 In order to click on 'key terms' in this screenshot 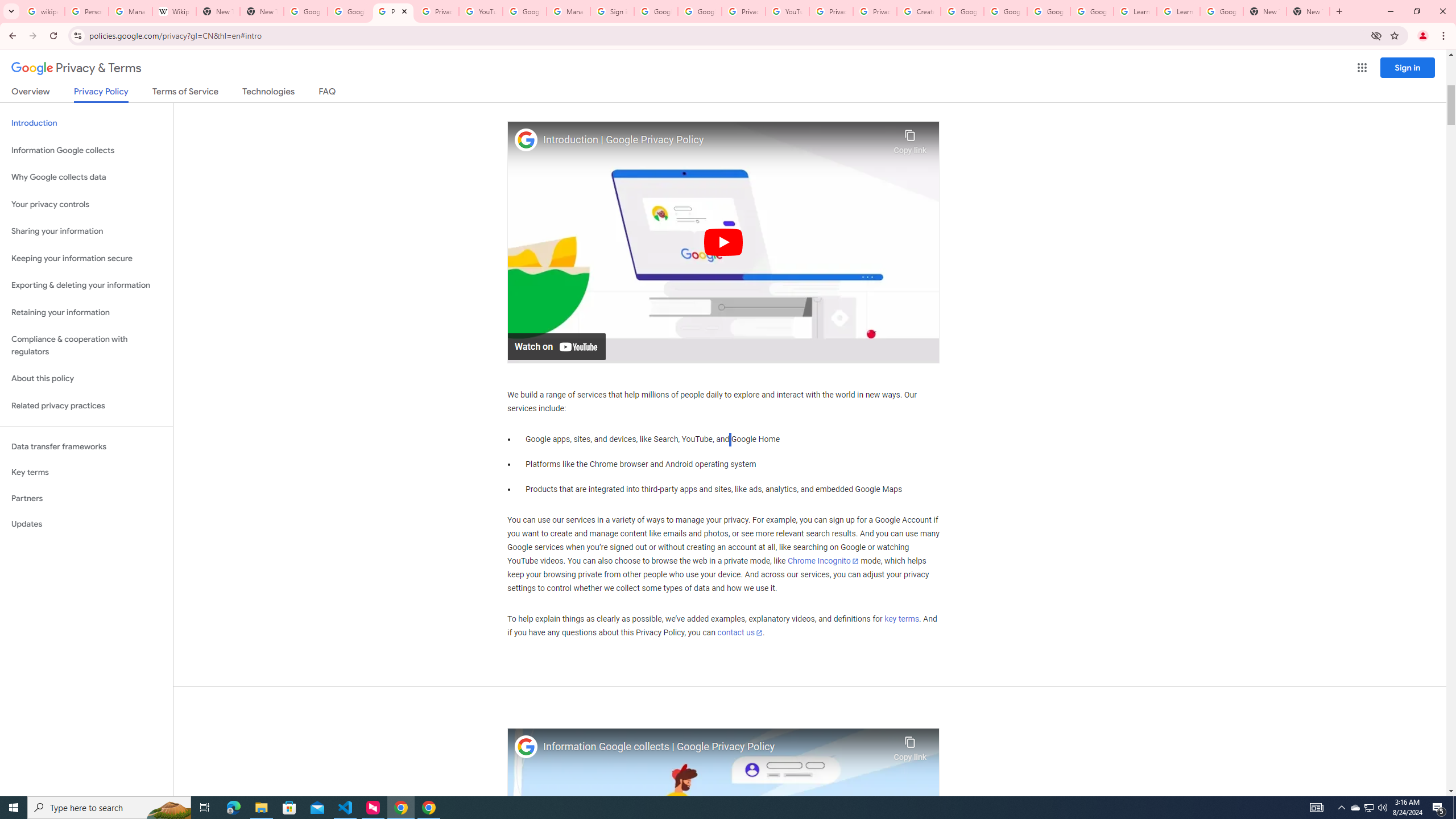, I will do `click(900, 618)`.